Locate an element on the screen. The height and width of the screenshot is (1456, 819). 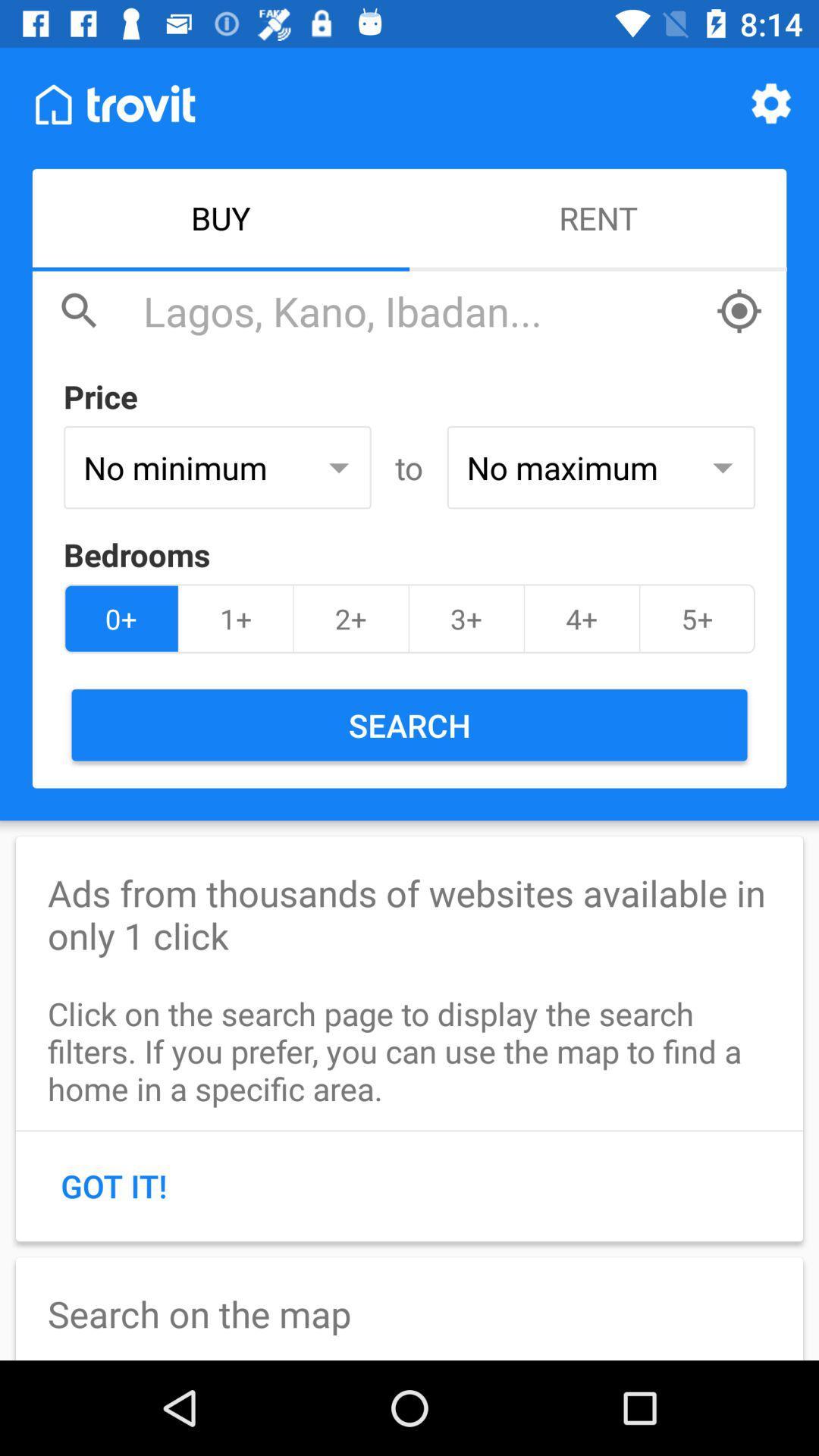
icon below the bedrooms icon is located at coordinates (697, 619).